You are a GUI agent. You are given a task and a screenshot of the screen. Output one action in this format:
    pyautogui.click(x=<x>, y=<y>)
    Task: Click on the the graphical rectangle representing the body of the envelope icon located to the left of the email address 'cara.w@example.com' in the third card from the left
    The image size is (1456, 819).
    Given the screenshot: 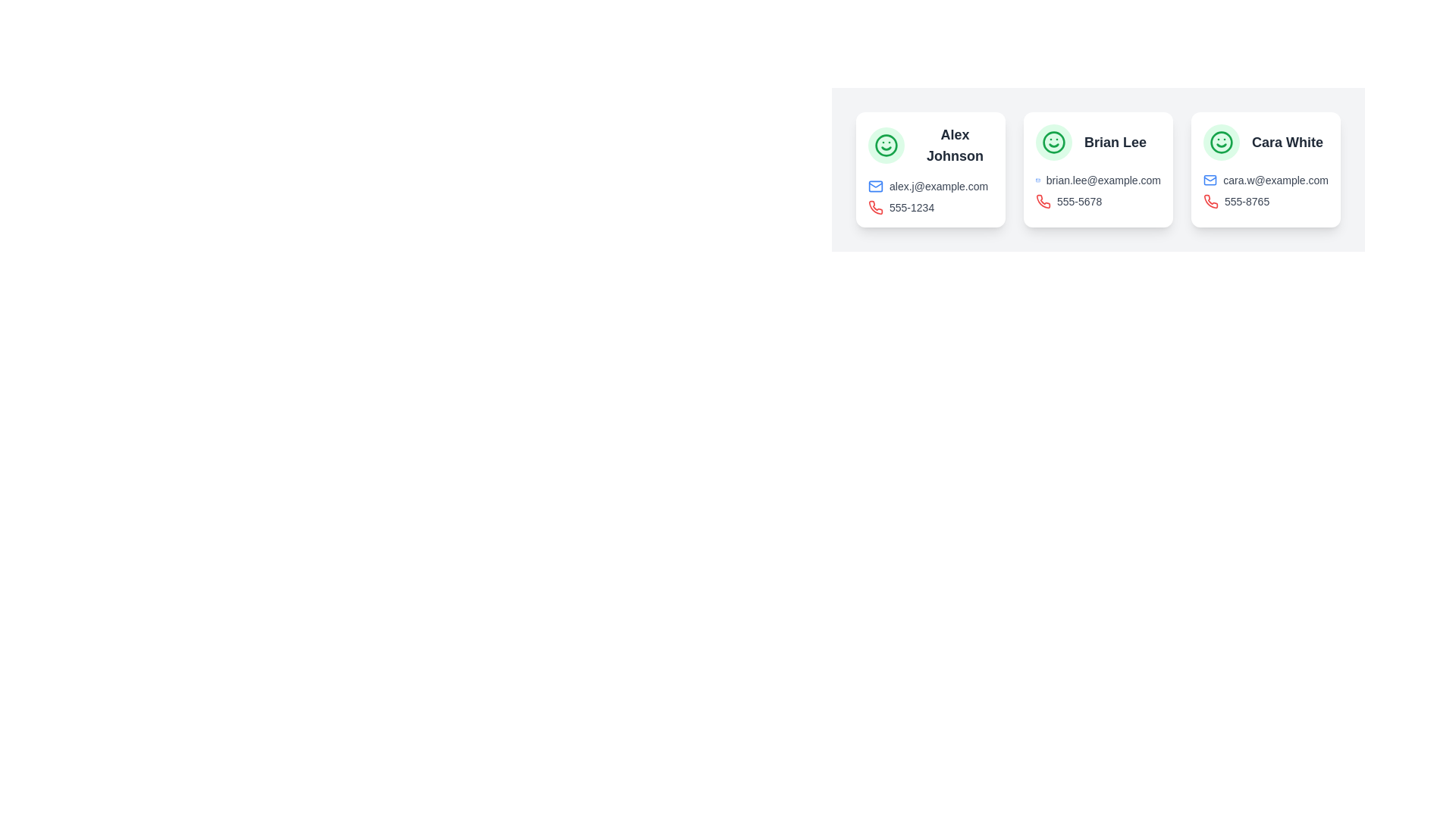 What is the action you would take?
    pyautogui.click(x=1210, y=180)
    